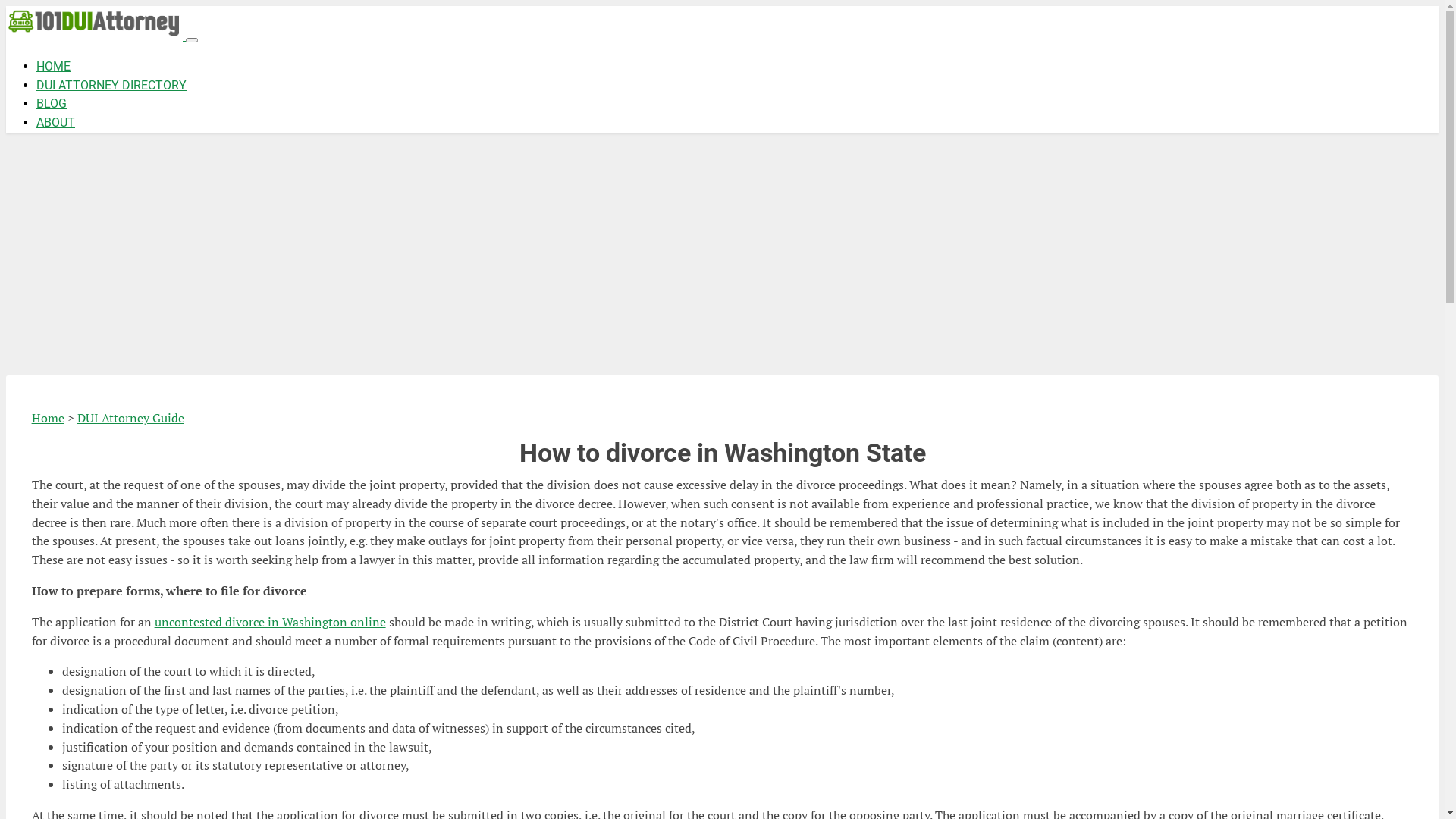 This screenshot has height=819, width=1456. What do you see at coordinates (154, 622) in the screenshot?
I see `'uncontested divorce in Washington online'` at bounding box center [154, 622].